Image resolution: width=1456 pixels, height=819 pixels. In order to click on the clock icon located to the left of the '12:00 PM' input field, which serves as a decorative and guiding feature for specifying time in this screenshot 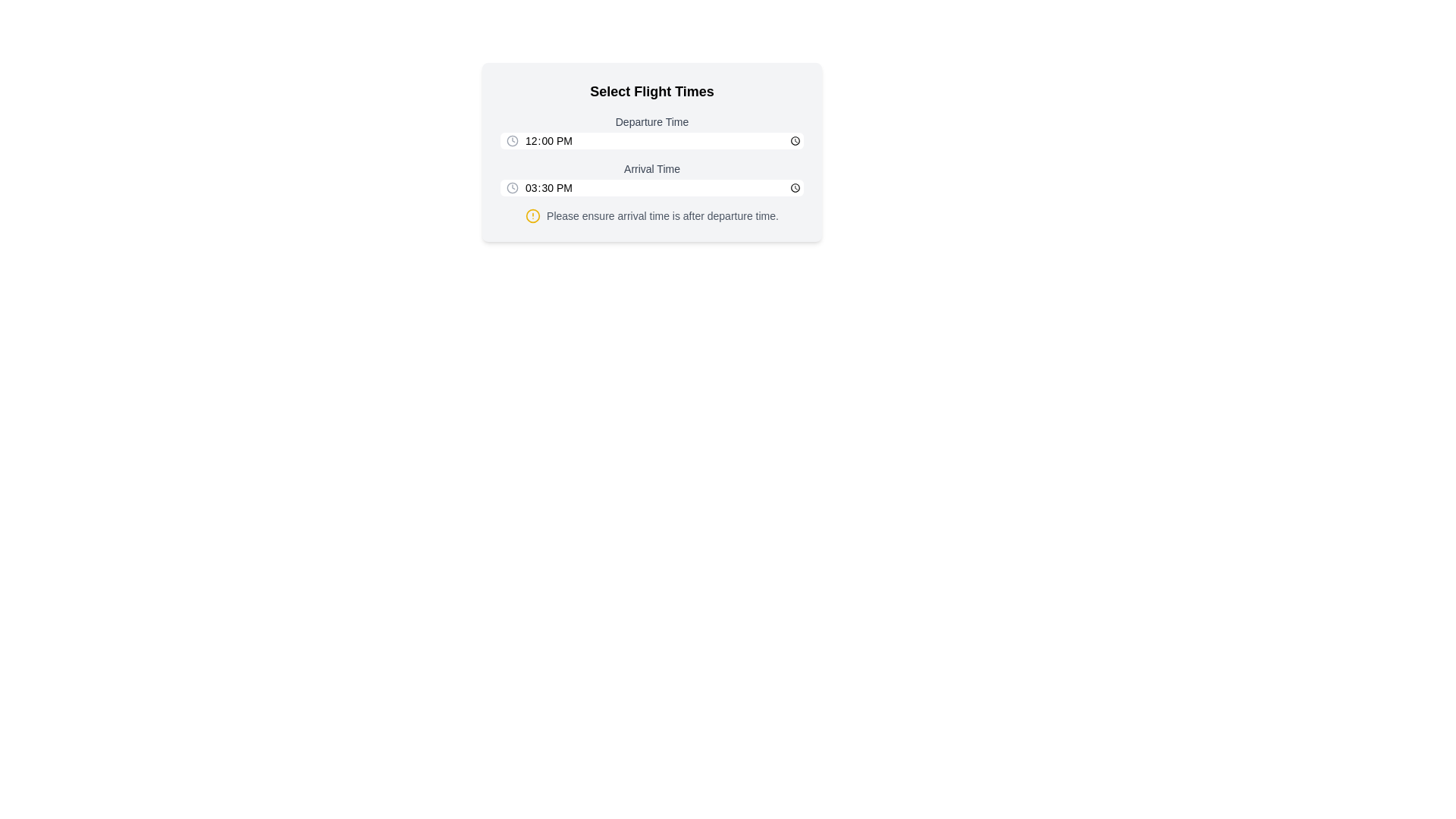, I will do `click(513, 140)`.